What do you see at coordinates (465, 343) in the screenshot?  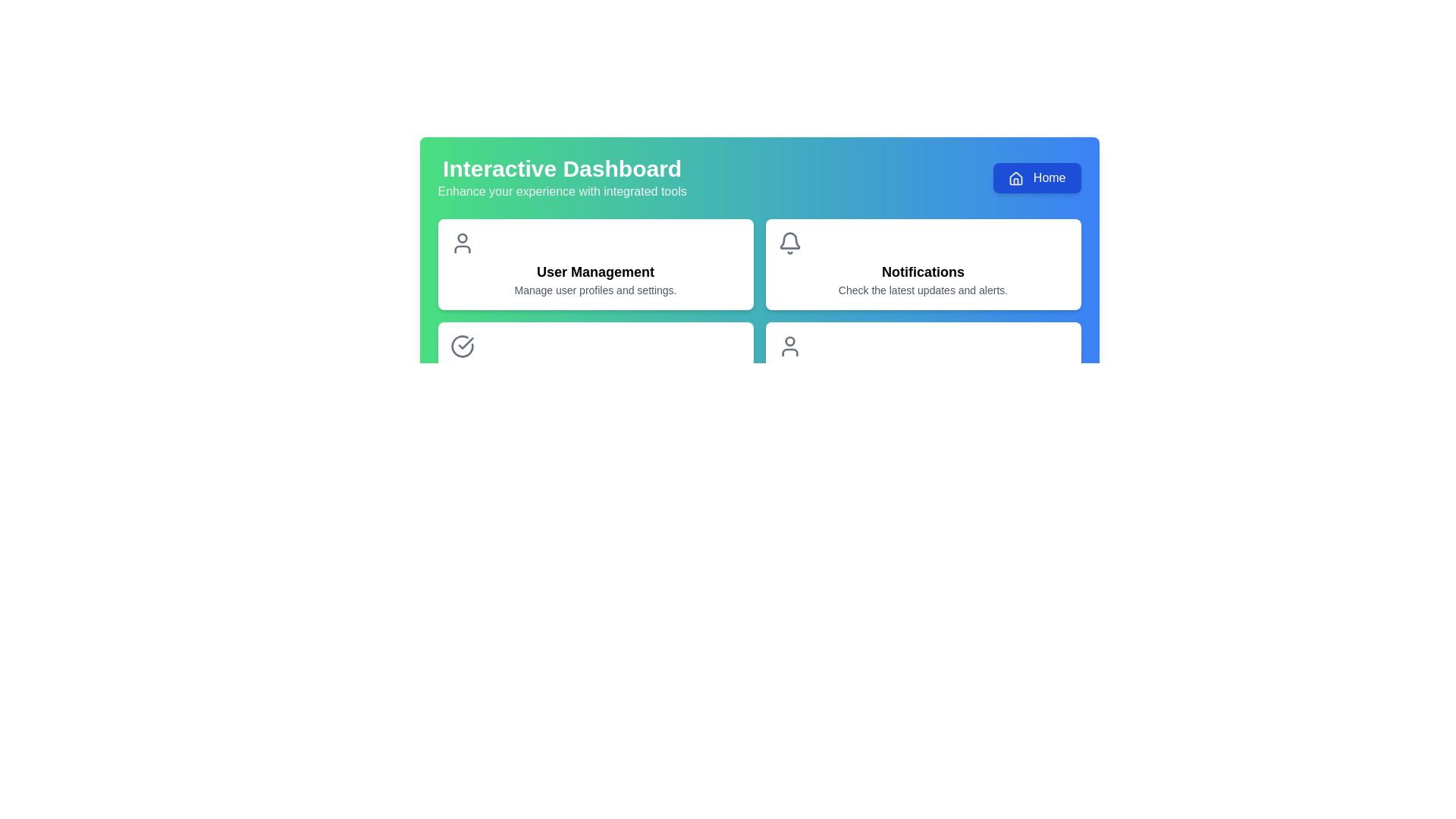 I see `the function of the check mark icon located within the 'User Management' card, positioned below the circular icon` at bounding box center [465, 343].